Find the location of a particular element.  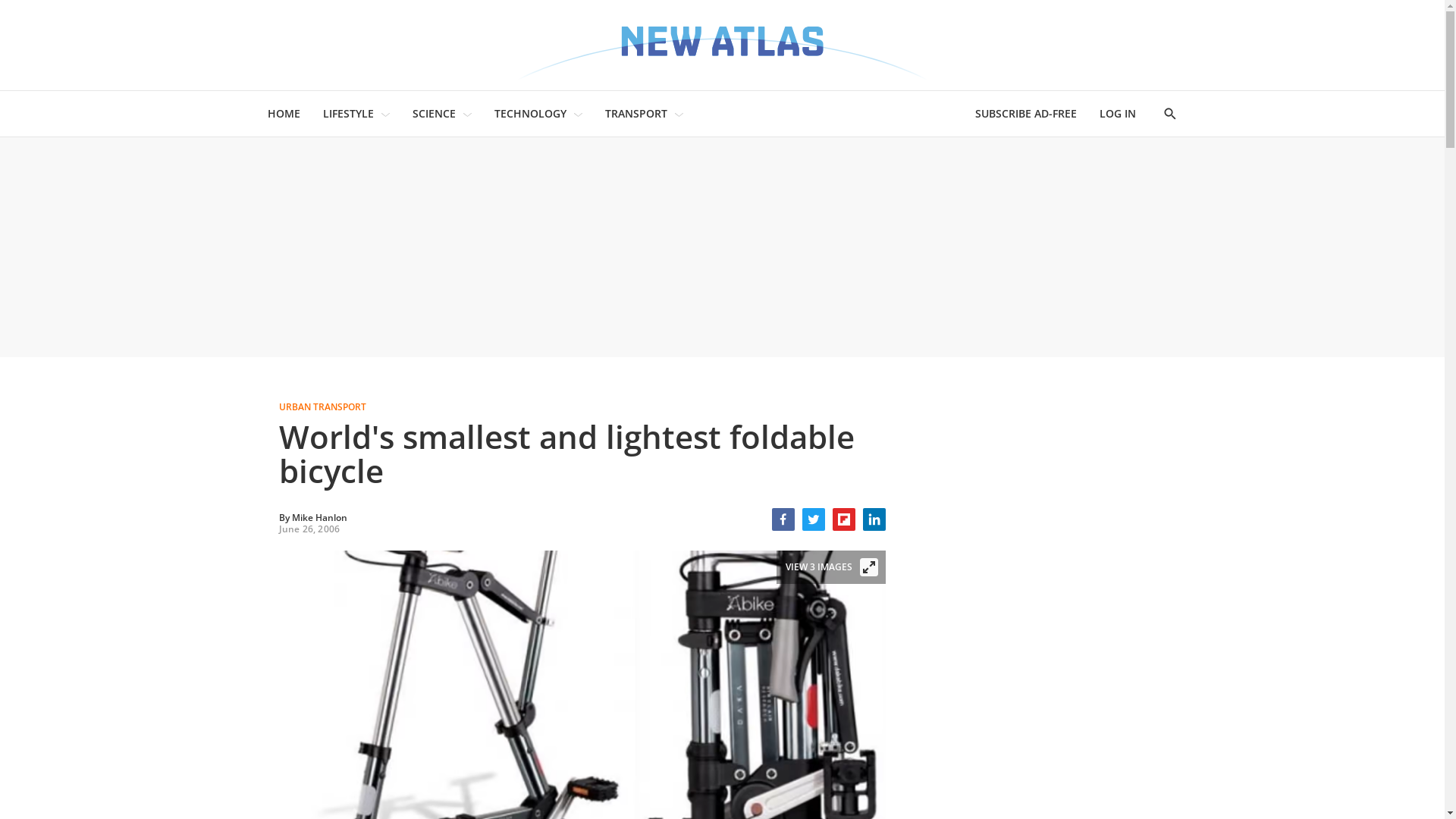

'Twitter' is located at coordinates (813, 519).